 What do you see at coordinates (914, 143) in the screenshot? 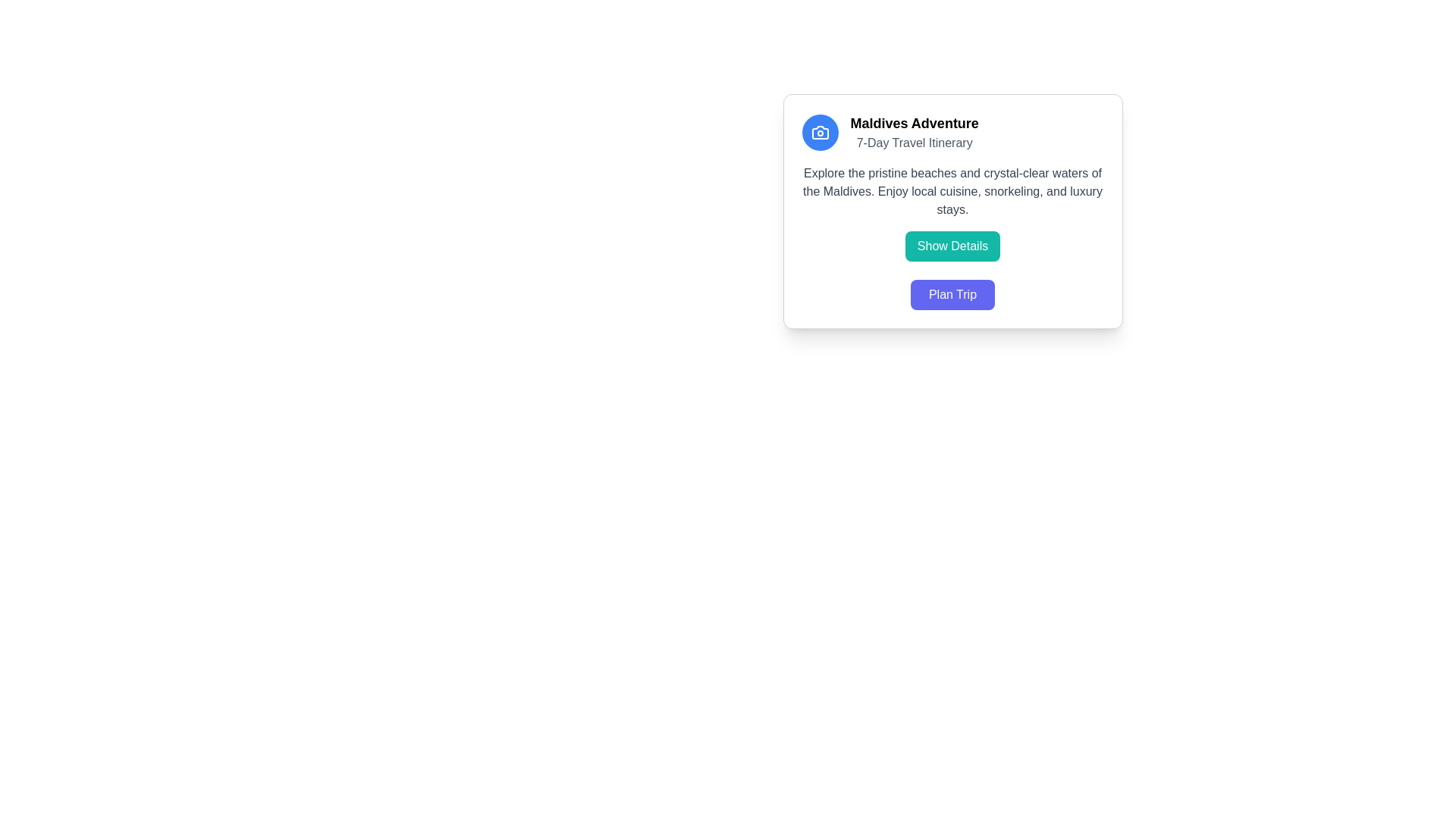
I see `subtitle text '7-Day Travel Itinerary' located below the main title 'Maldives Adventure' within a card layout` at bounding box center [914, 143].